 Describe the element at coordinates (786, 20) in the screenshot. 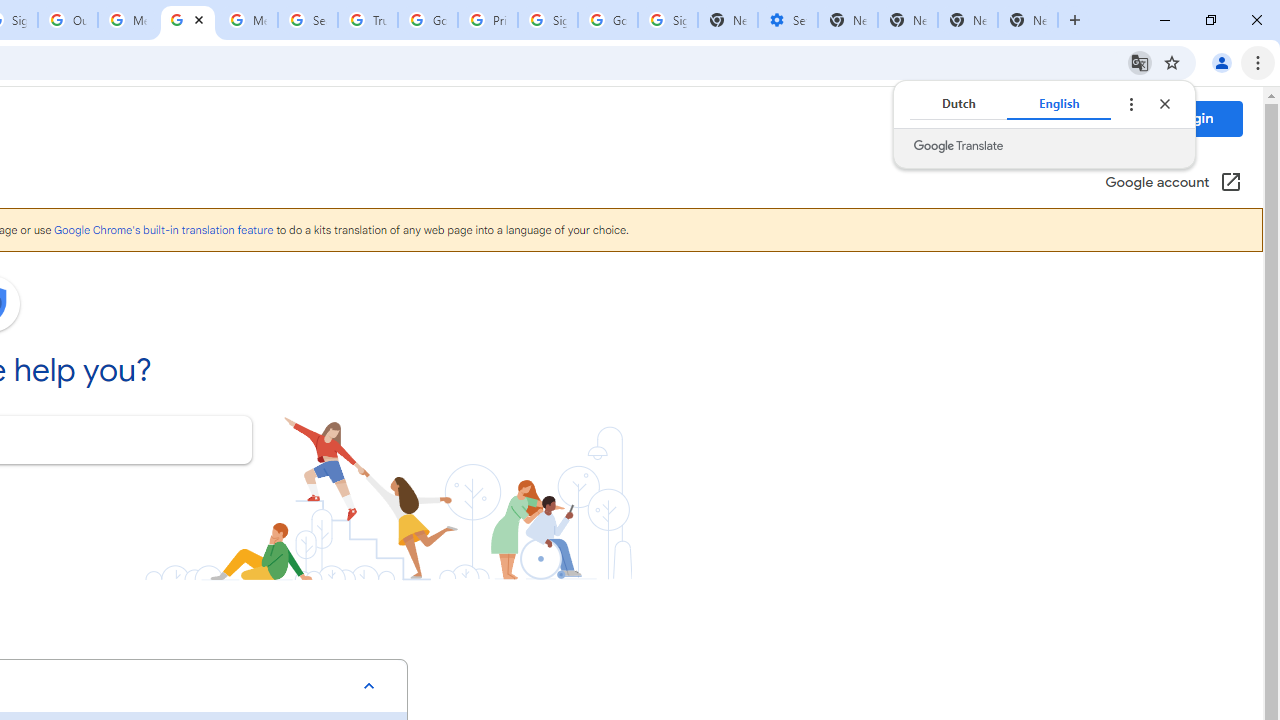

I see `'Settings - Performance'` at that location.